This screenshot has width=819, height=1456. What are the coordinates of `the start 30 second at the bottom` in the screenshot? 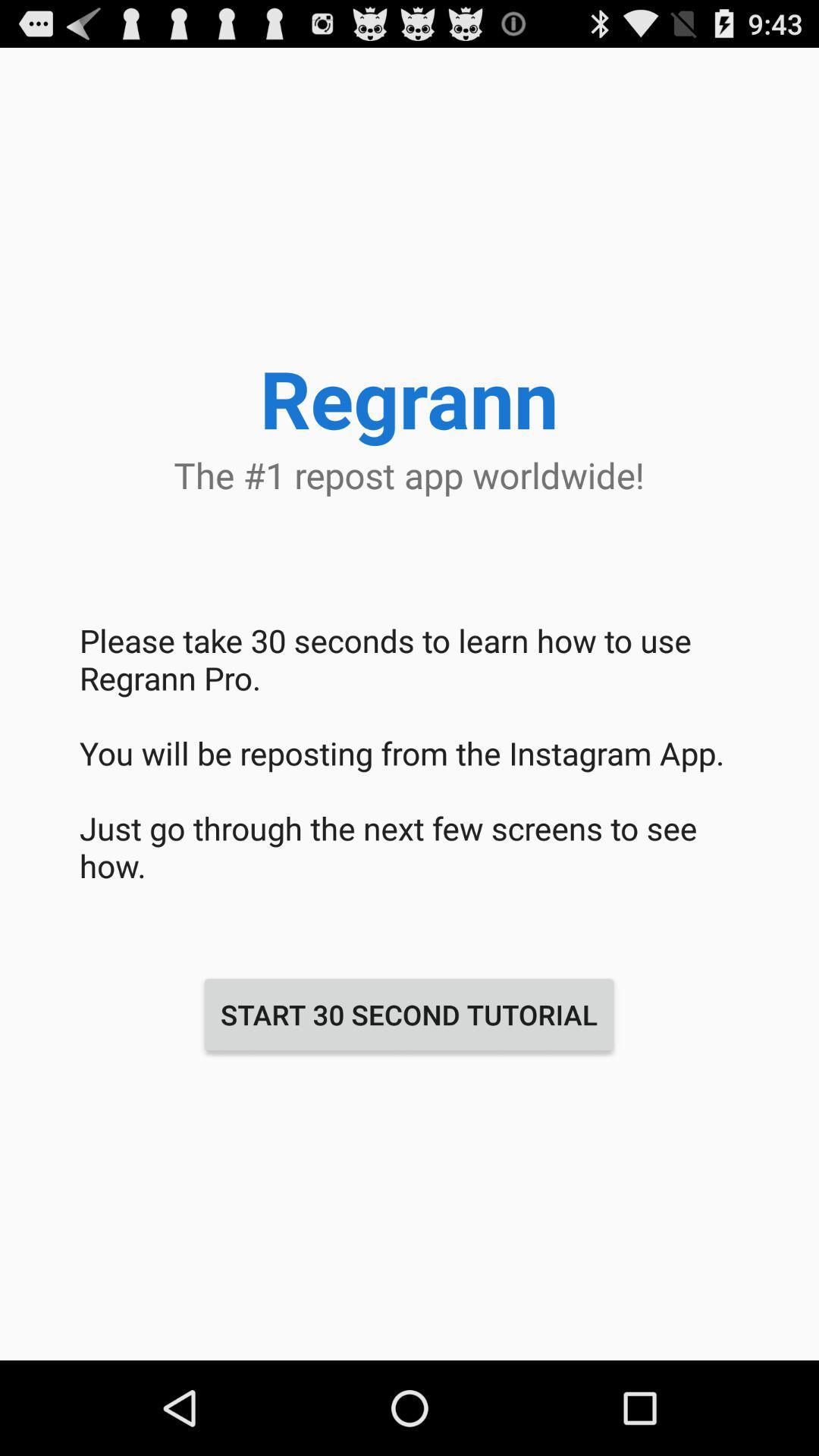 It's located at (408, 1015).